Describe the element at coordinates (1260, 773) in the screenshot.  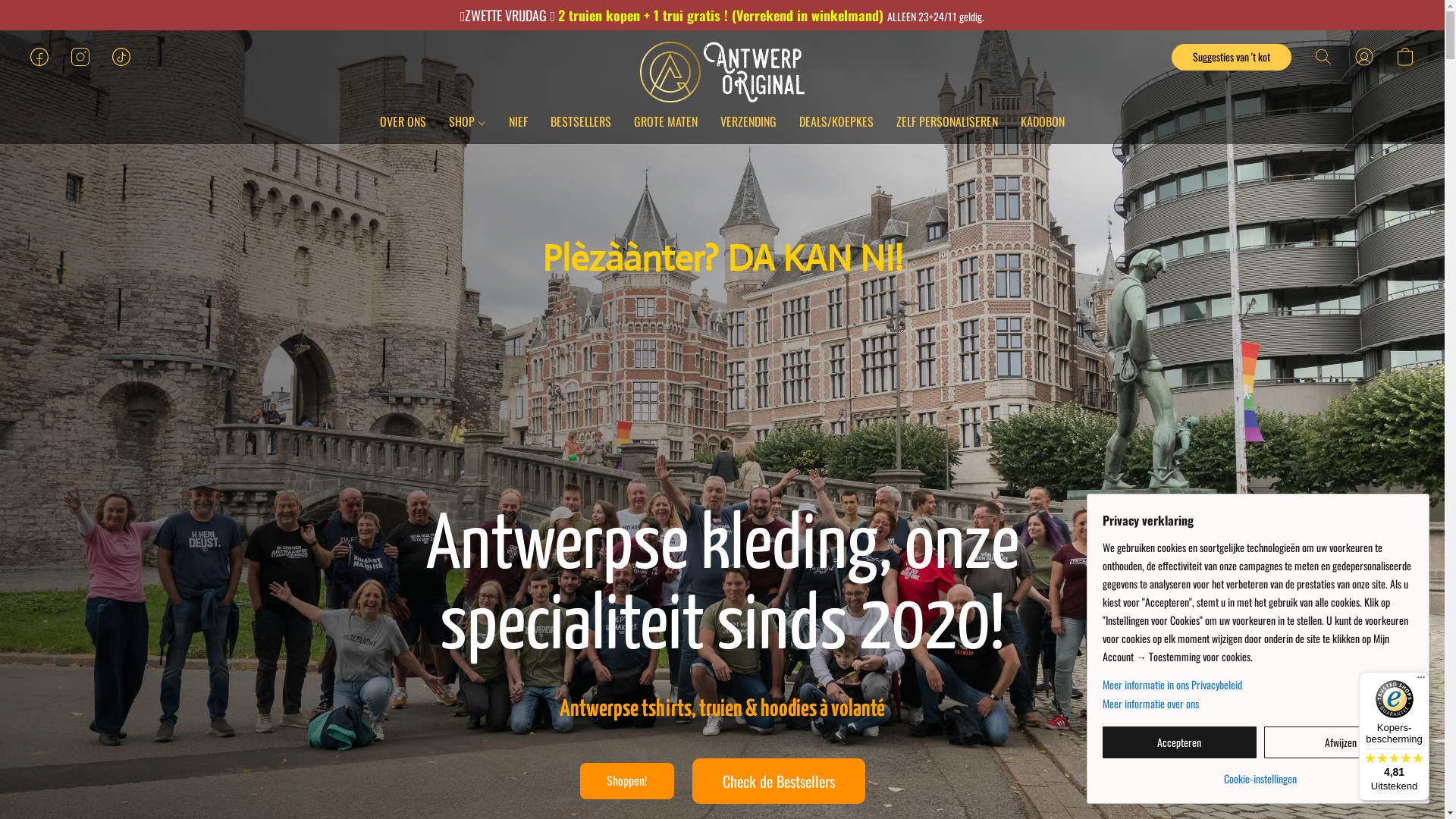
I see `'Cookie-instellingen'` at that location.